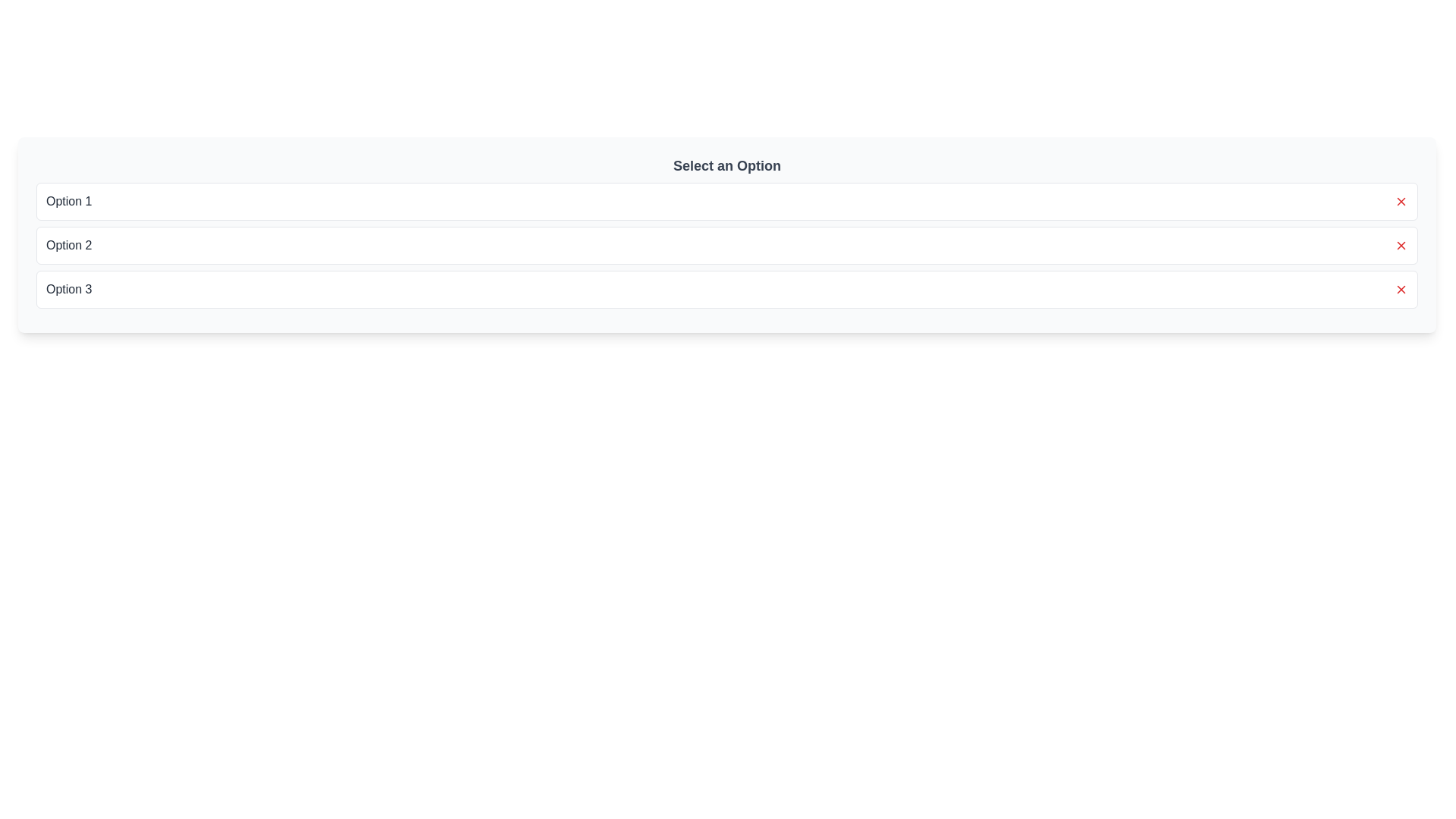 The image size is (1456, 819). What do you see at coordinates (1401, 201) in the screenshot?
I see `the close or delete icon located in the first row of options, adjacent to 'Option 1'` at bounding box center [1401, 201].